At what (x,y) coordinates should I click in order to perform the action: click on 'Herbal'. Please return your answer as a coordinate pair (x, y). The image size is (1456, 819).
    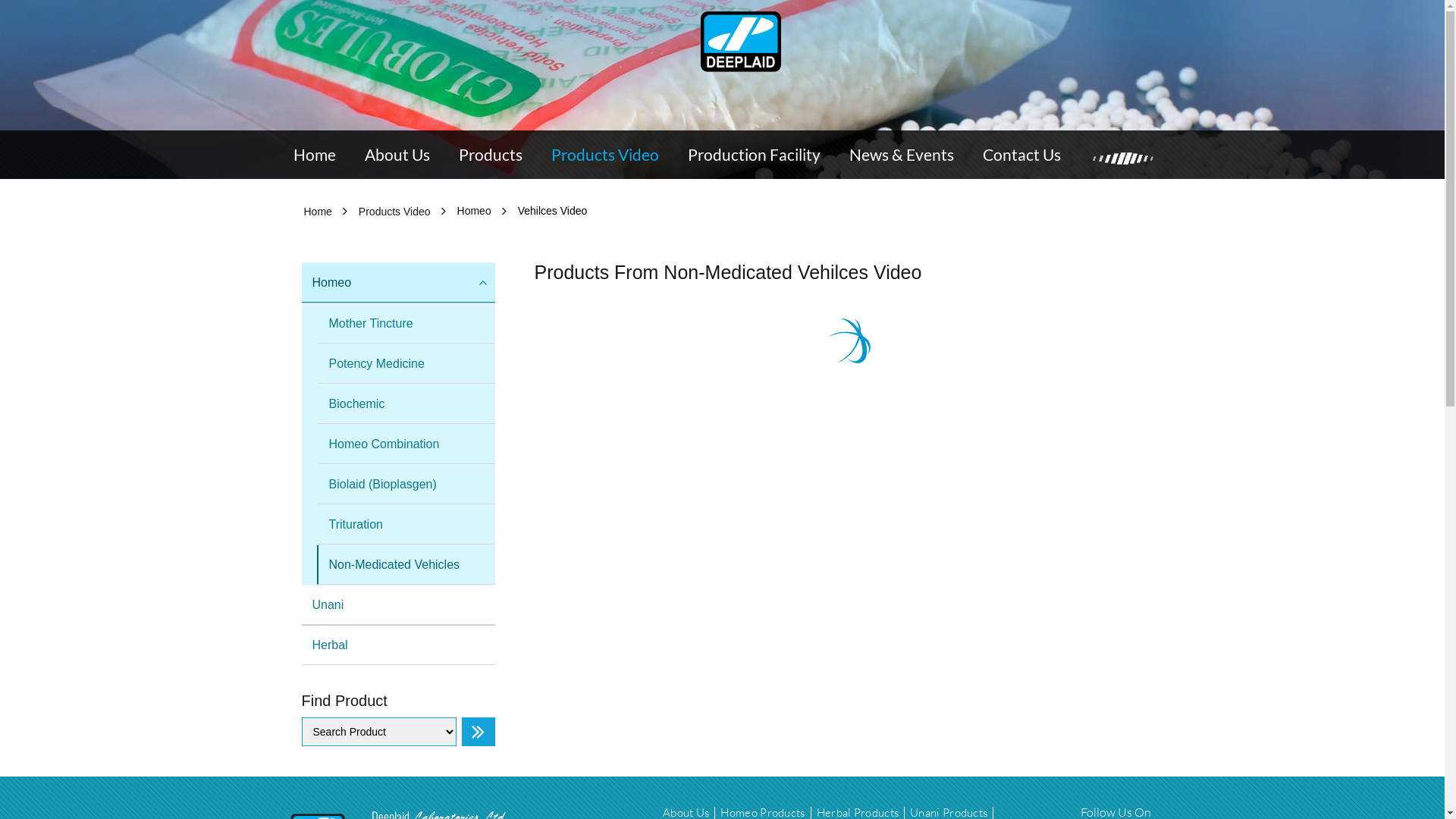
    Looking at the image, I should click on (398, 645).